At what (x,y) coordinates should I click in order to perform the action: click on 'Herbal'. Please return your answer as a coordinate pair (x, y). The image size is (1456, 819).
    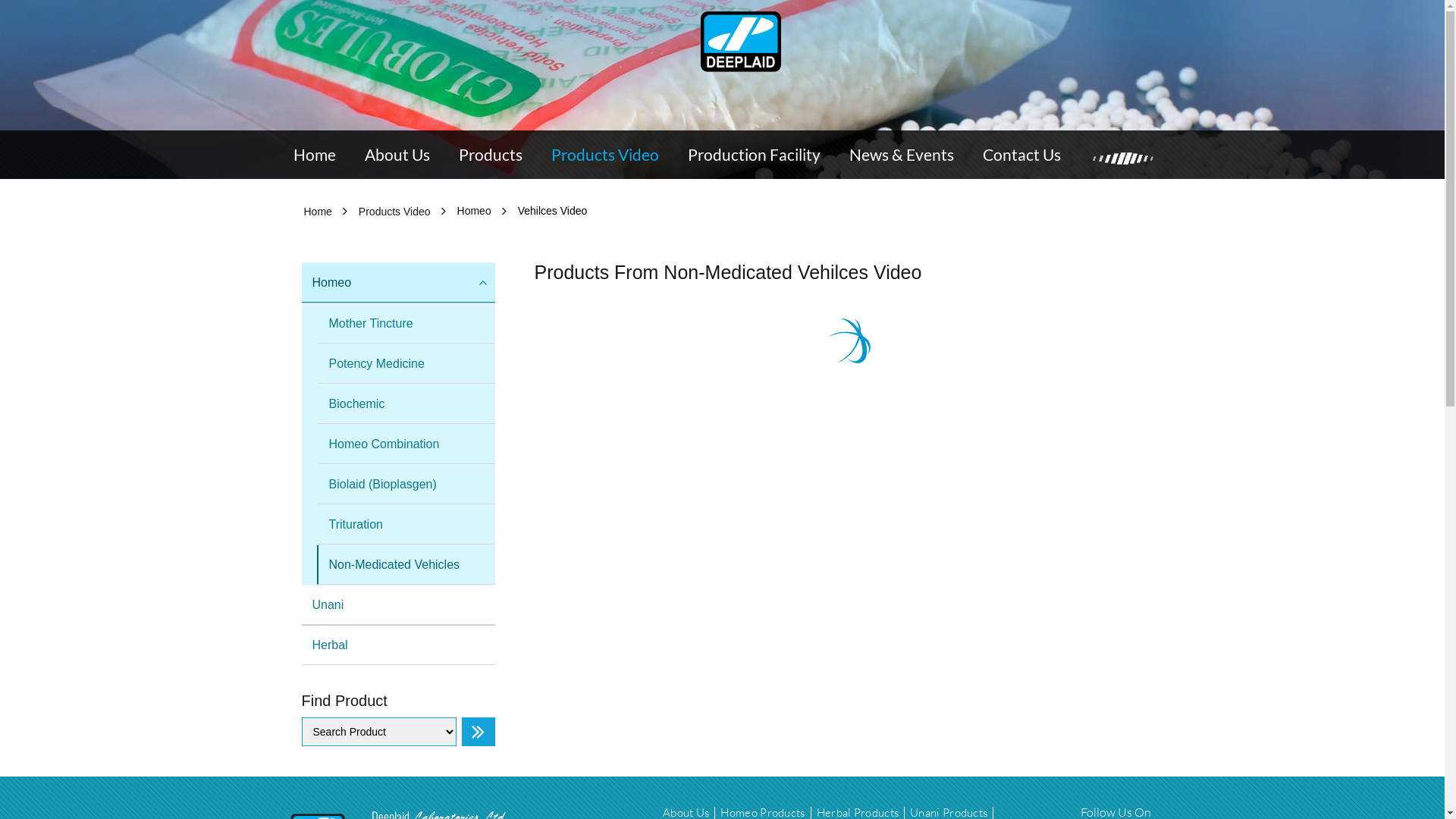
    Looking at the image, I should click on (398, 645).